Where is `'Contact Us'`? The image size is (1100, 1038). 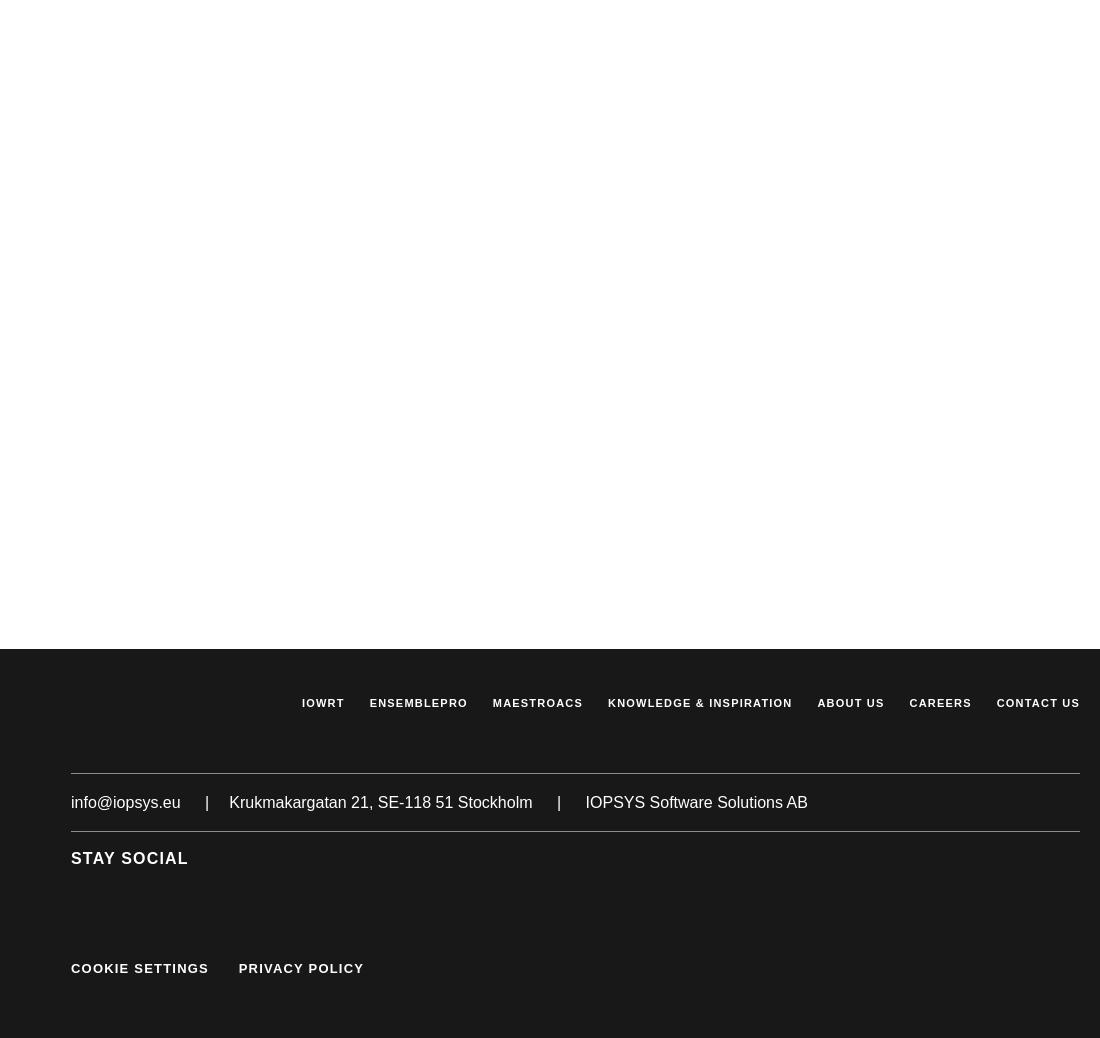
'Contact Us' is located at coordinates (1037, 700).